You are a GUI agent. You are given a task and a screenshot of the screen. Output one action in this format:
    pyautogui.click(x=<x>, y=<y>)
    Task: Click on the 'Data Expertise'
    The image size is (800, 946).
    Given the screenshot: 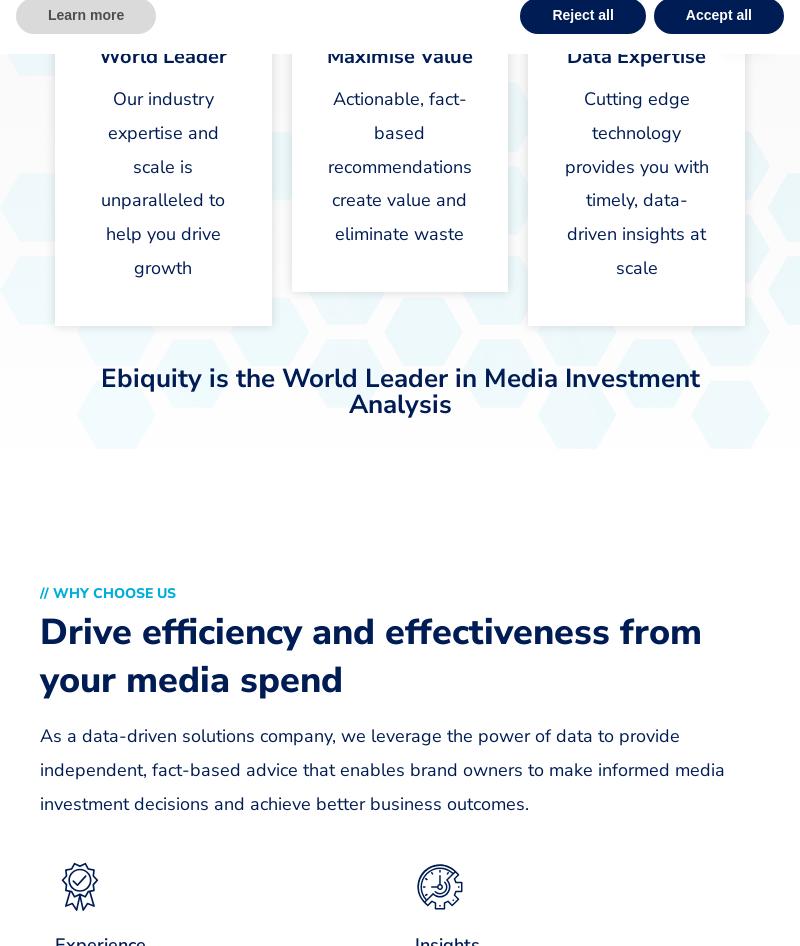 What is the action you would take?
    pyautogui.click(x=635, y=56)
    